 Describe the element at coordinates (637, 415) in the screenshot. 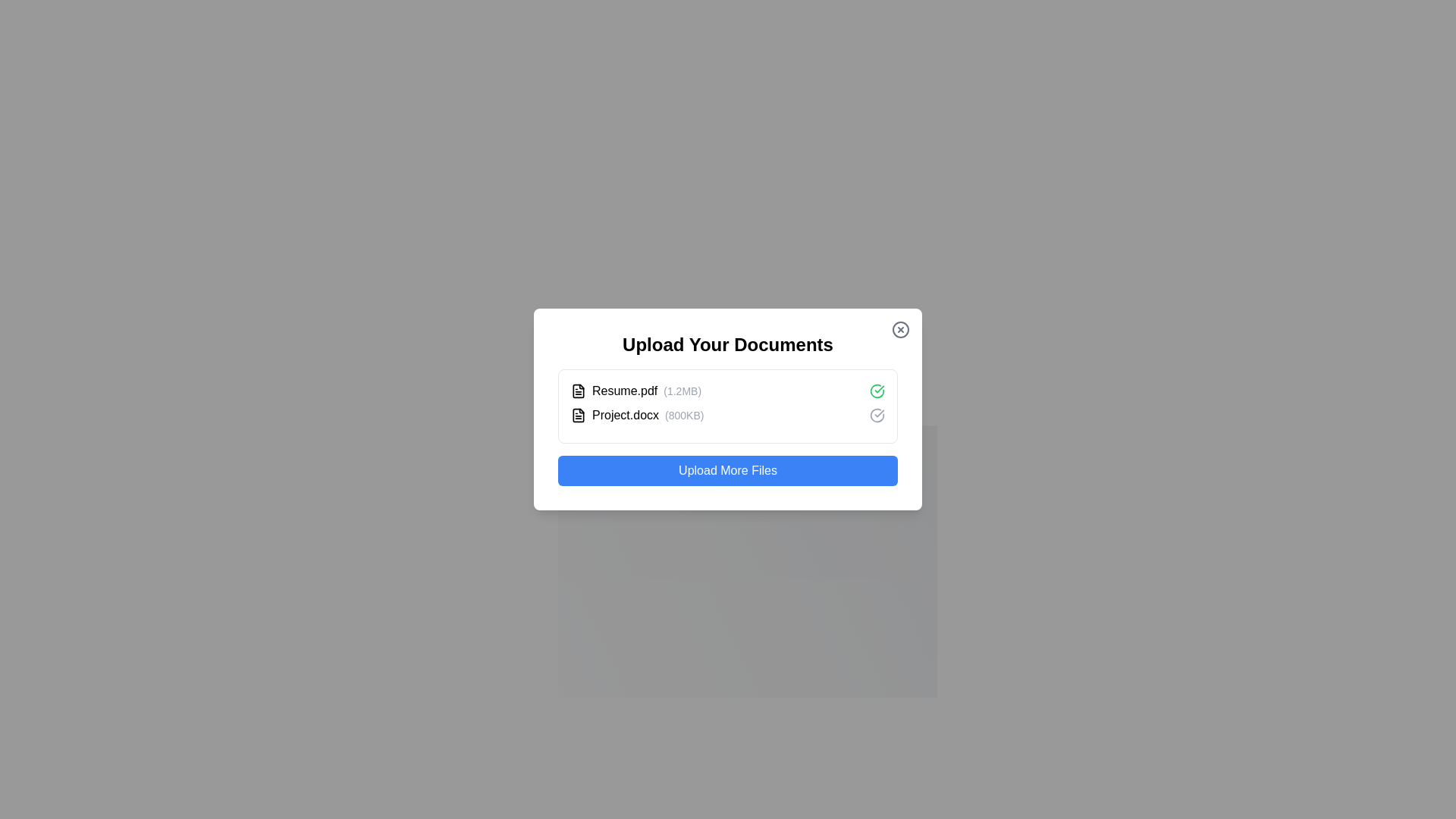

I see `the file display element representing 'Project.docx'` at that location.